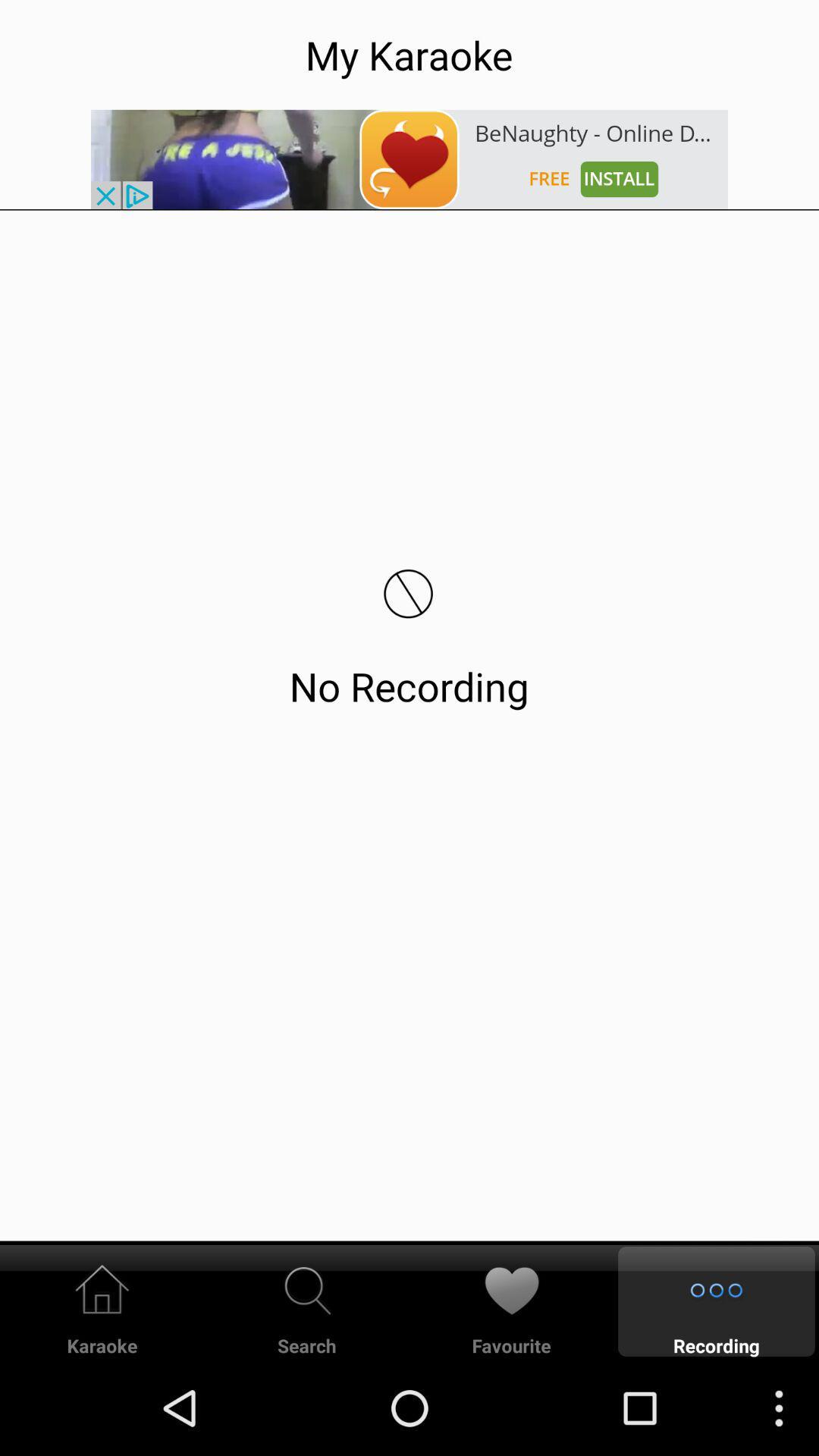 The height and width of the screenshot is (1456, 819). I want to click on advertising partner, so click(409, 159).